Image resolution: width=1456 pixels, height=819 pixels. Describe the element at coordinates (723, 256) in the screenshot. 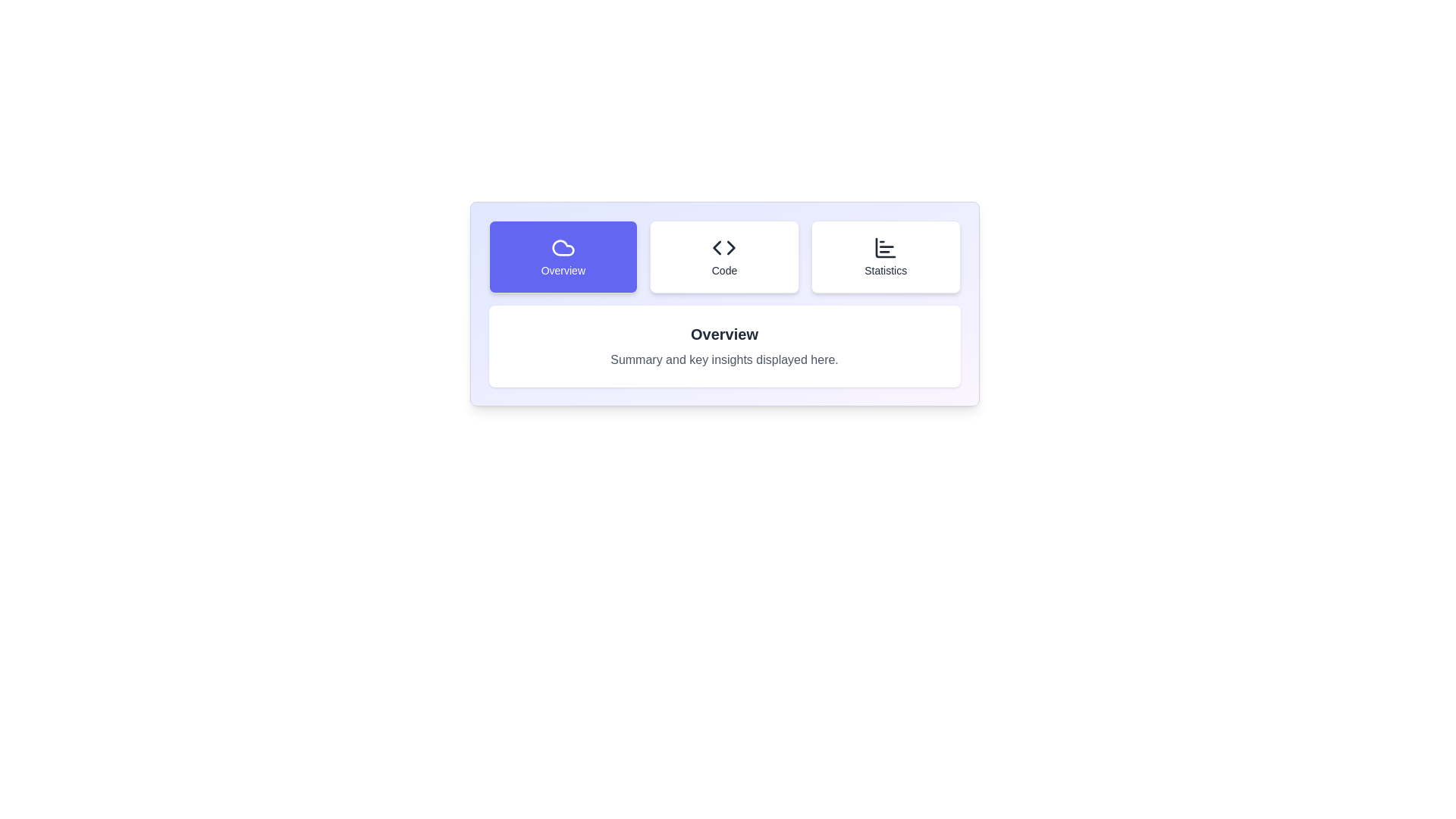

I see `the Code tab by clicking on its button` at that location.